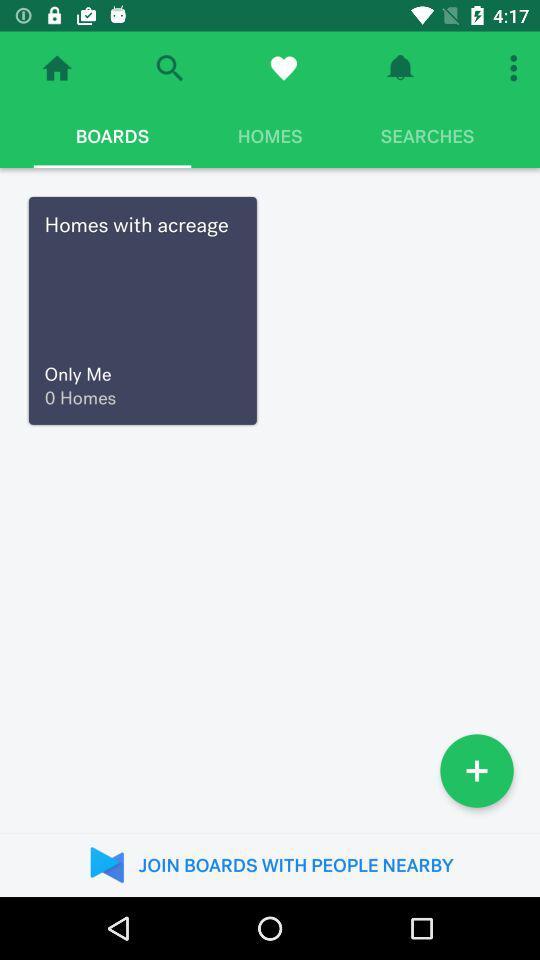 This screenshot has height=960, width=540. What do you see at coordinates (475, 769) in the screenshot?
I see `the item below searches icon` at bounding box center [475, 769].